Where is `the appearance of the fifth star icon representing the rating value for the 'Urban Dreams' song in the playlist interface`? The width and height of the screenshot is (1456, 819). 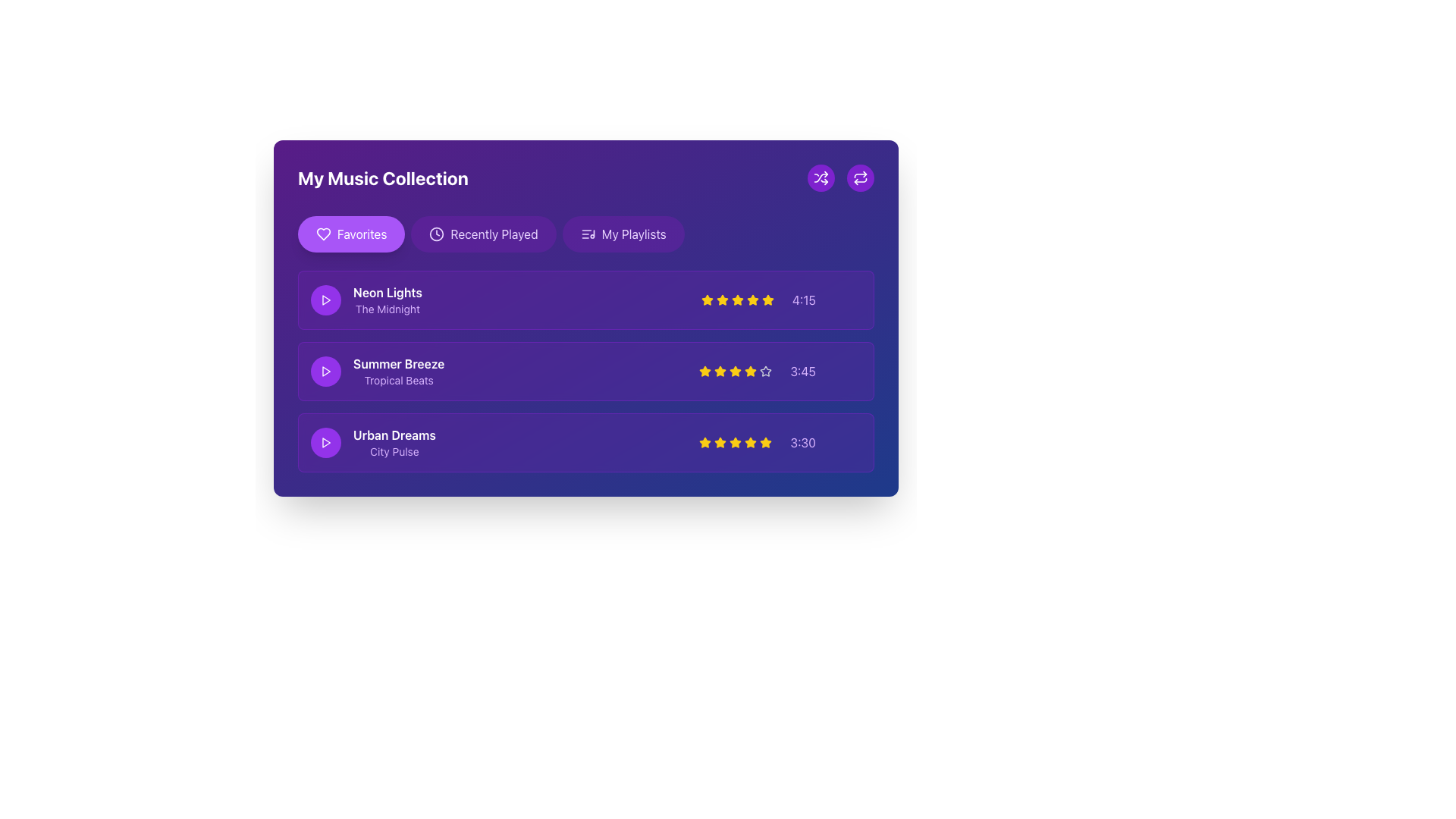
the appearance of the fifth star icon representing the rating value for the 'Urban Dreams' song in the playlist interface is located at coordinates (751, 442).